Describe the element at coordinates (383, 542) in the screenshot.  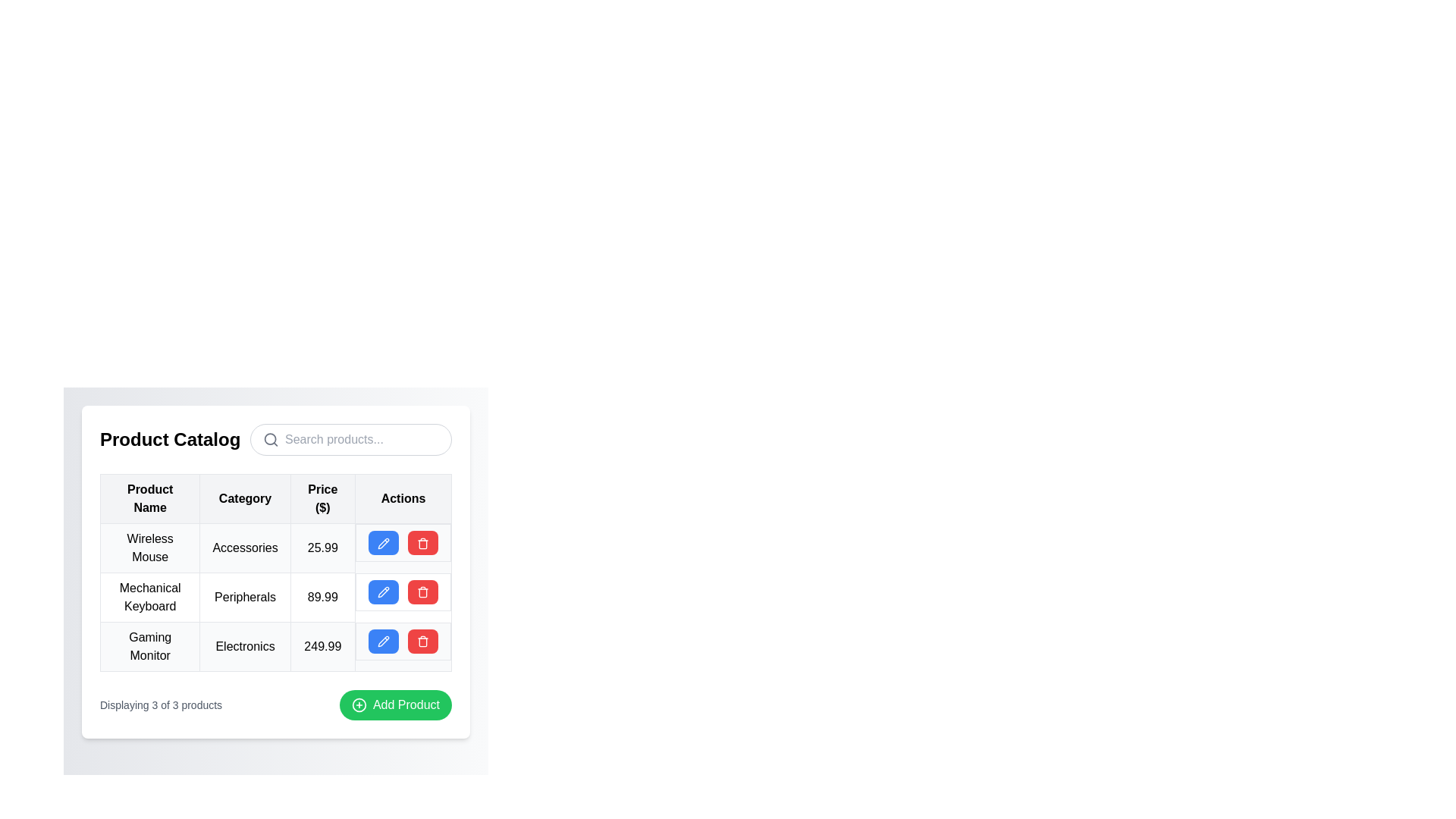
I see `the pencil icon within the Actions column of the product catalog table for the Mechanical Keyboard to initiate editing` at that location.